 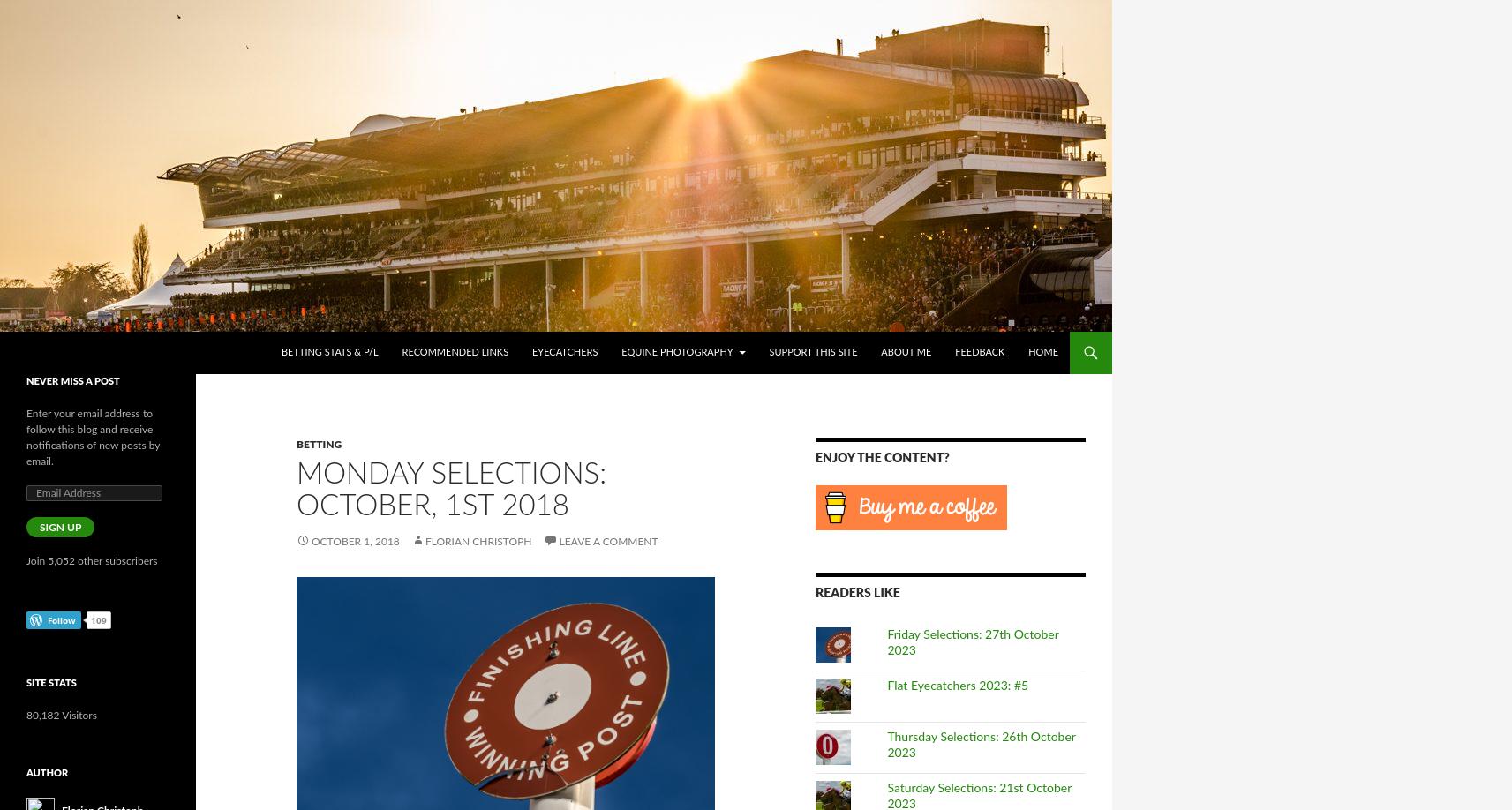 I want to click on 'Thursday Selections: 26th October 2023', so click(x=980, y=745).